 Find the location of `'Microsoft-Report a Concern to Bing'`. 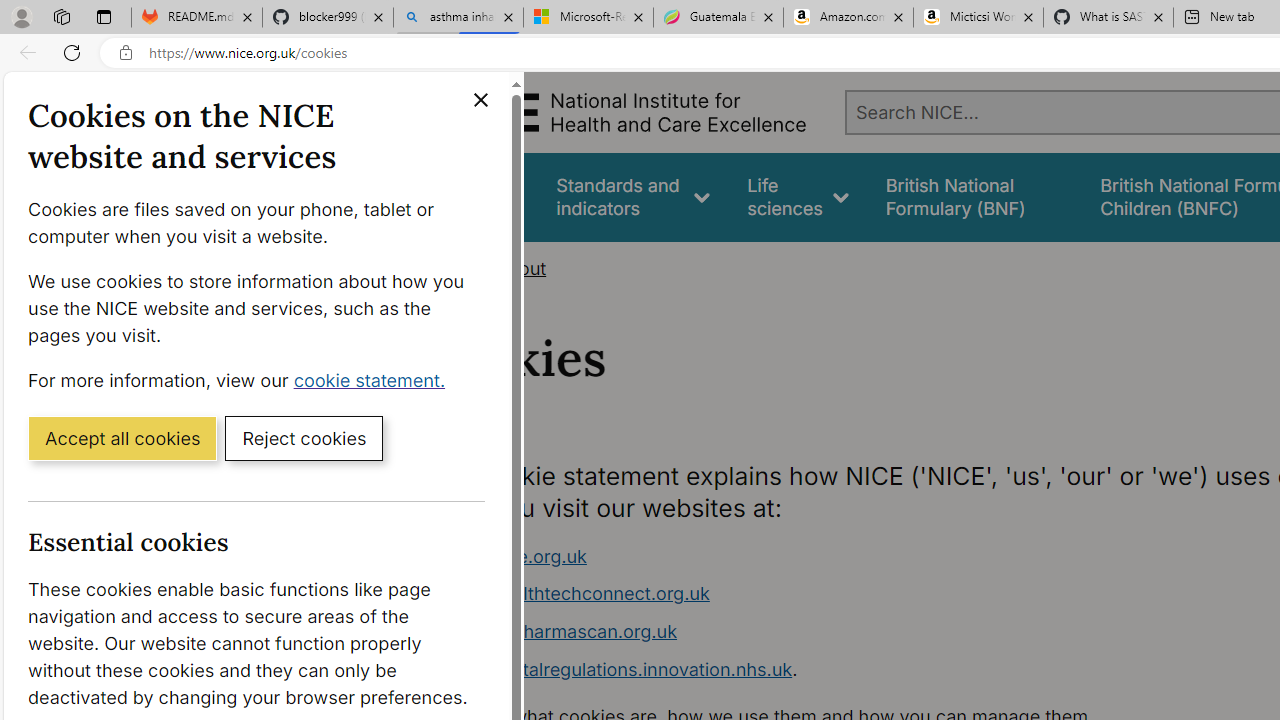

'Microsoft-Report a Concern to Bing' is located at coordinates (587, 17).